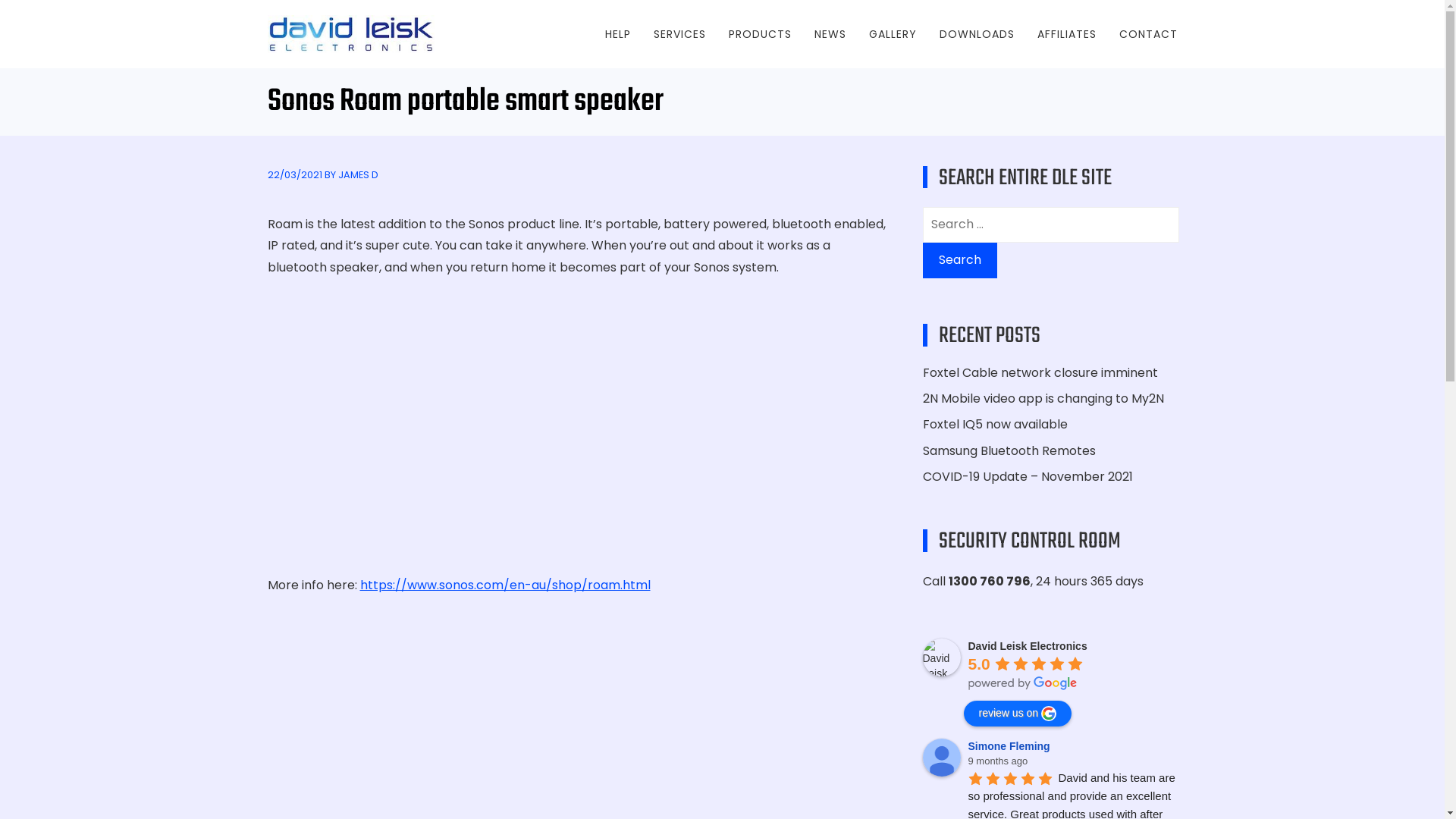  What do you see at coordinates (1065, 34) in the screenshot?
I see `'AFFILIATES'` at bounding box center [1065, 34].